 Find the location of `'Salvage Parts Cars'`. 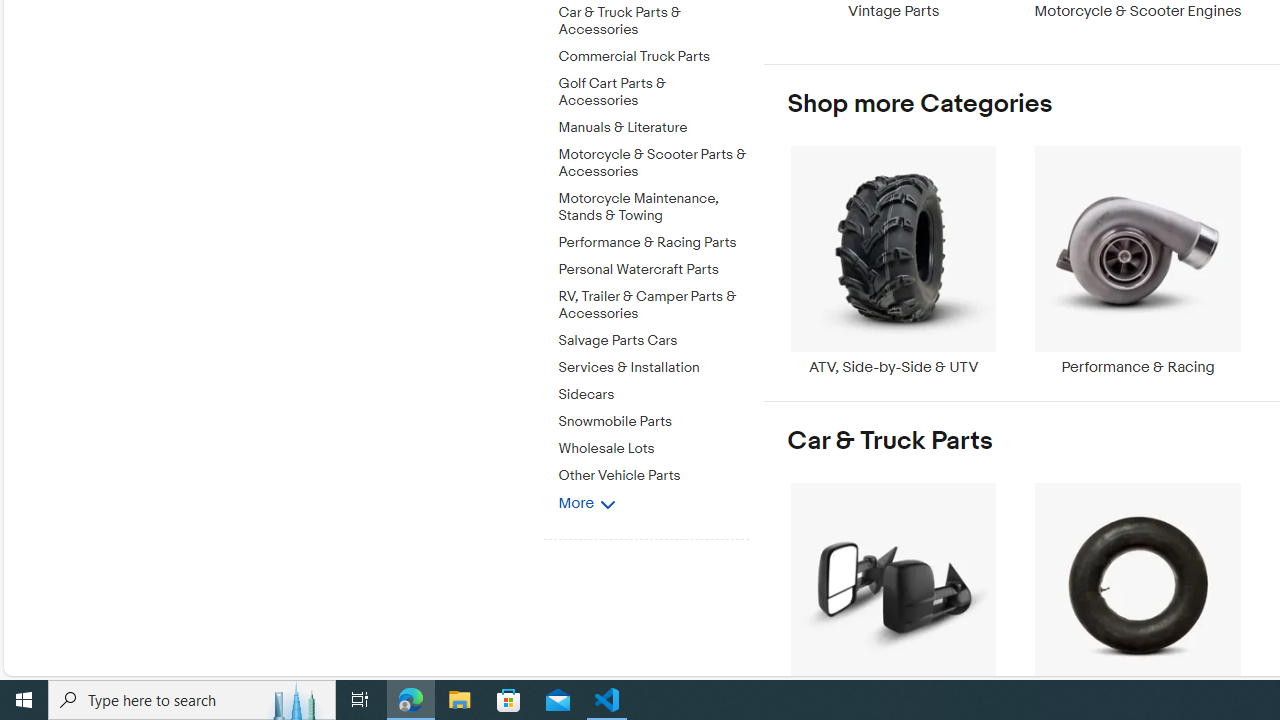

'Salvage Parts Cars' is located at coordinates (653, 336).